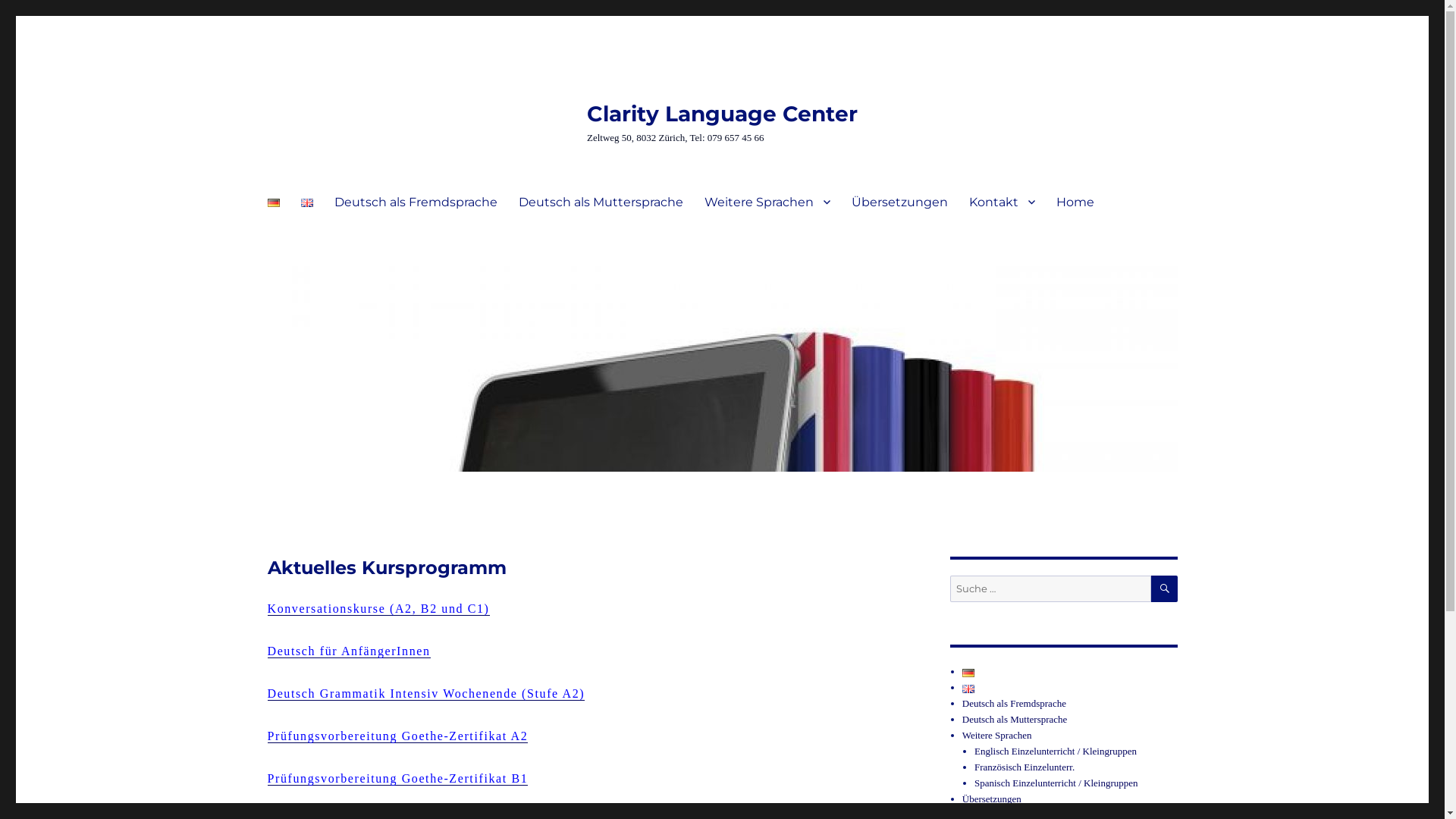 This screenshot has width=1456, height=819. What do you see at coordinates (415, 201) in the screenshot?
I see `'Deutsch als Fremdsprache'` at bounding box center [415, 201].